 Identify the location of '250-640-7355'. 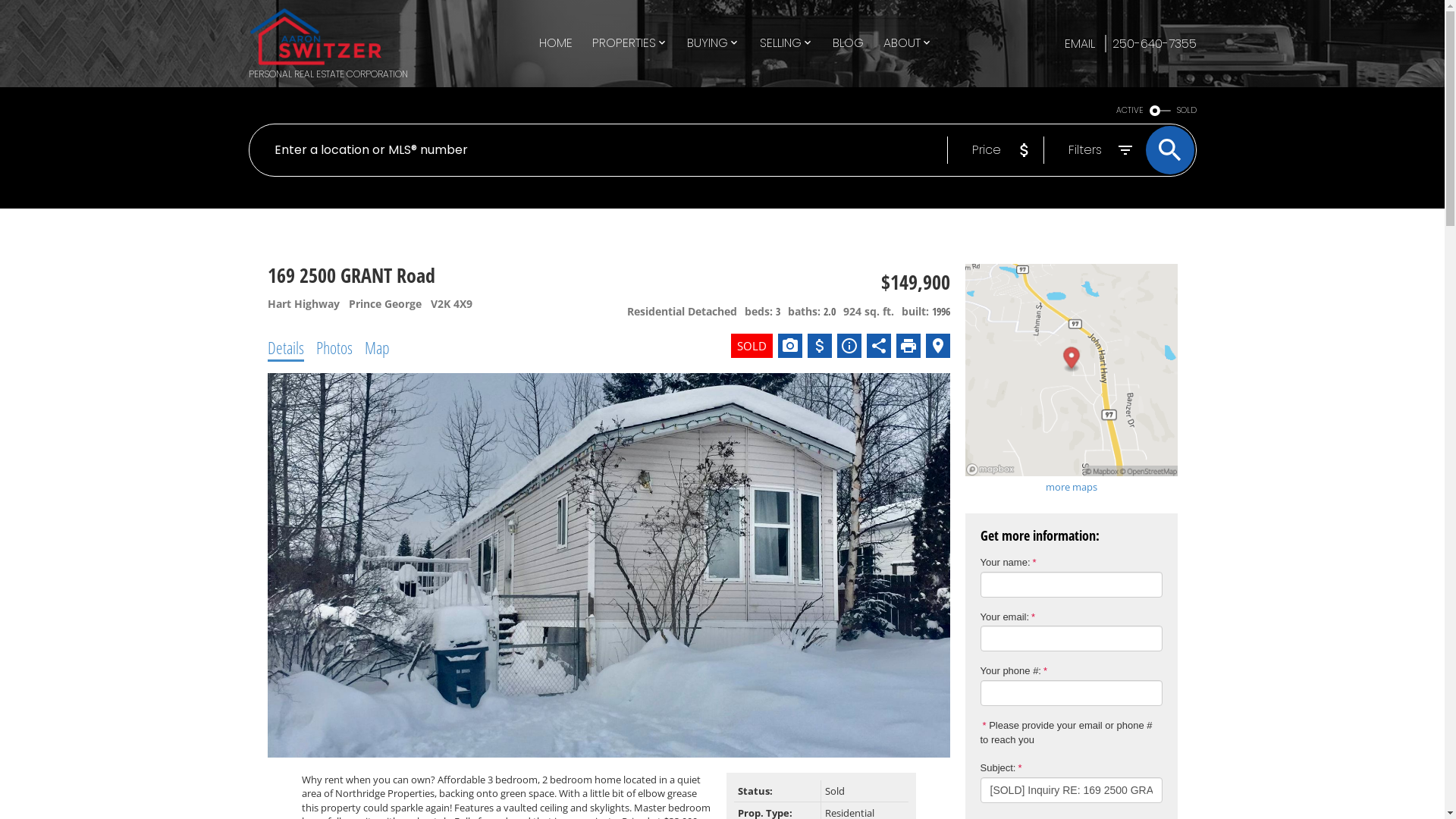
(1150, 42).